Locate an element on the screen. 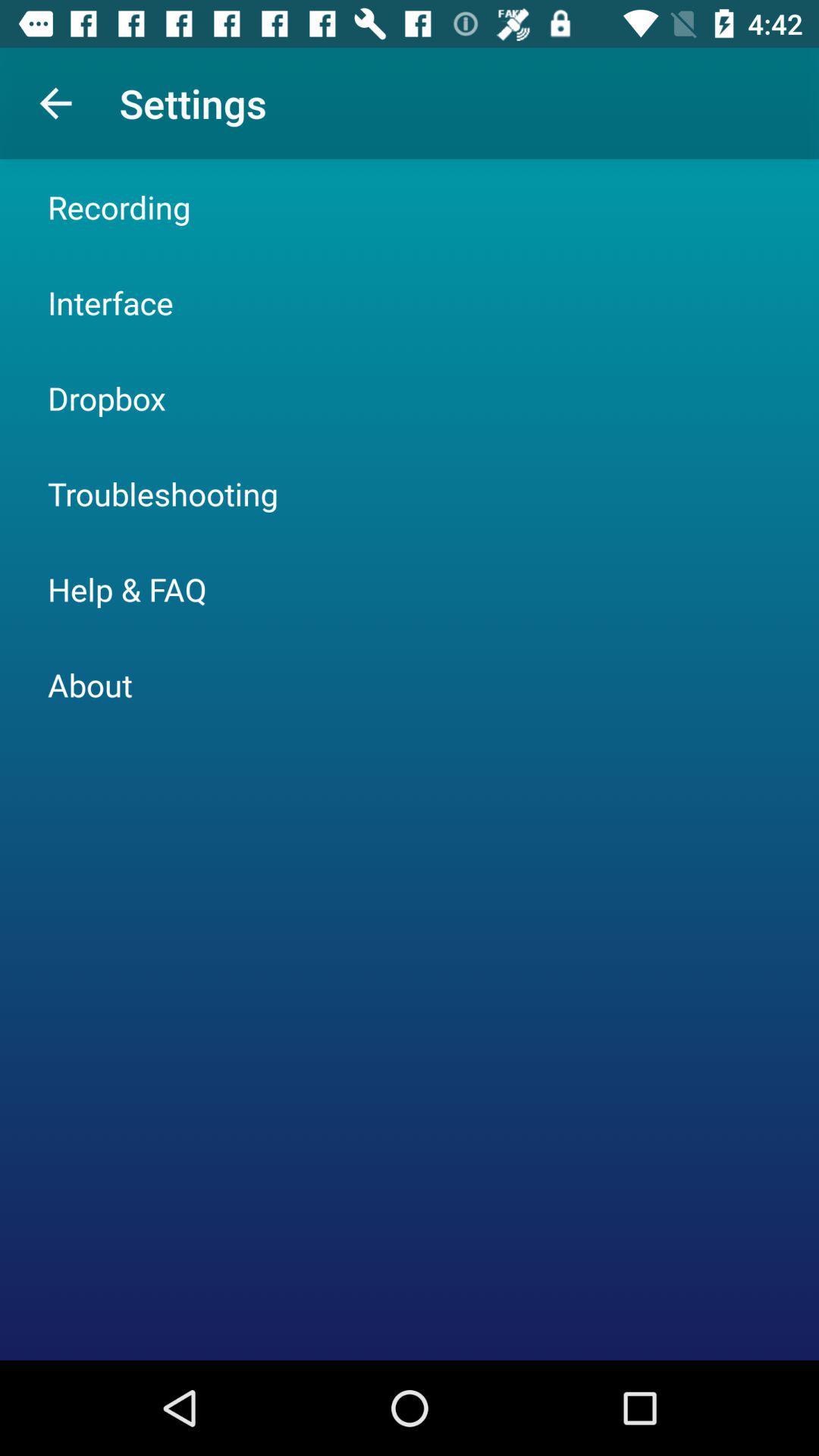 The width and height of the screenshot is (819, 1456). app next to the settings is located at coordinates (55, 102).